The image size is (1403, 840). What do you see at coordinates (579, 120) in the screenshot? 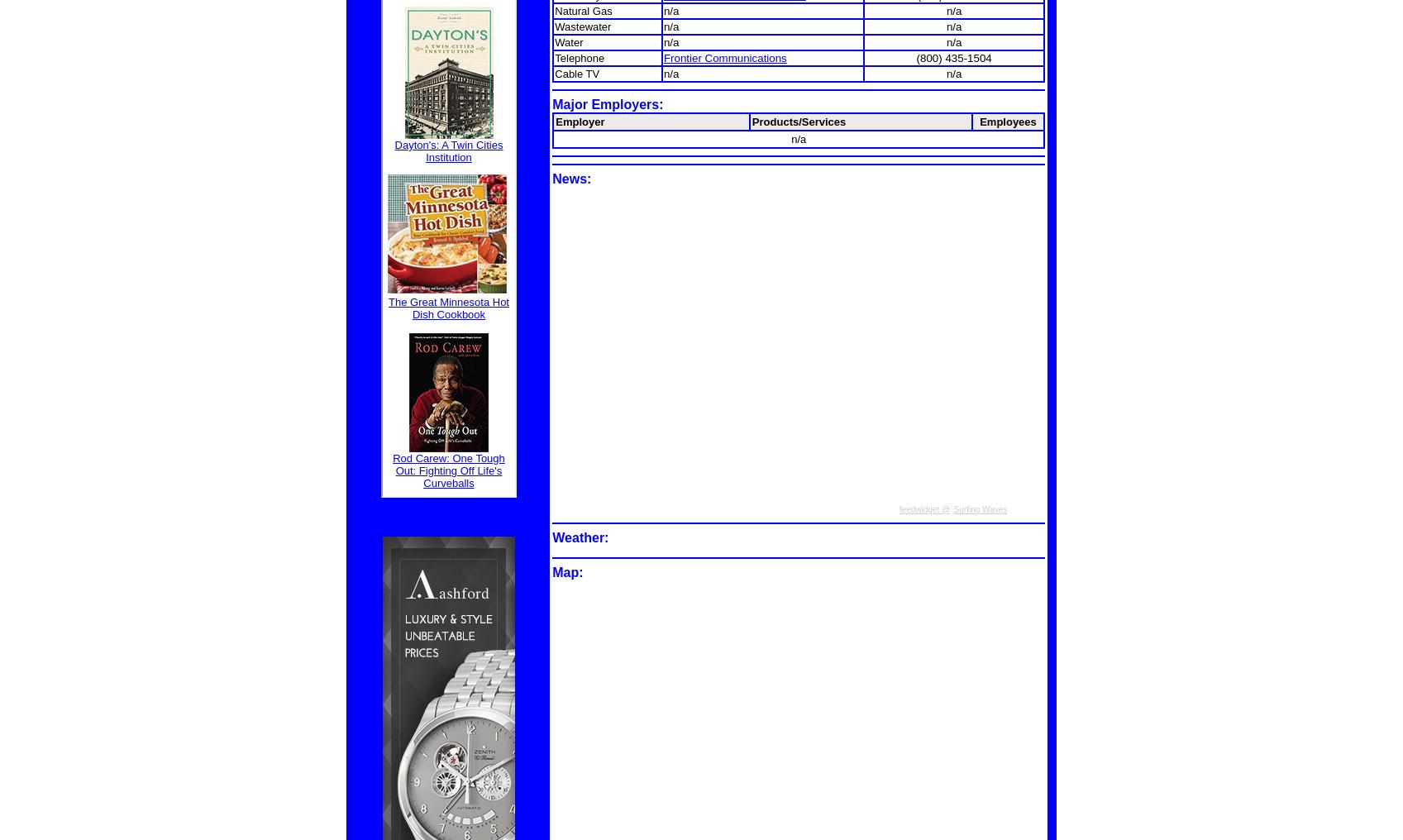
I see `'Employer'` at bounding box center [579, 120].